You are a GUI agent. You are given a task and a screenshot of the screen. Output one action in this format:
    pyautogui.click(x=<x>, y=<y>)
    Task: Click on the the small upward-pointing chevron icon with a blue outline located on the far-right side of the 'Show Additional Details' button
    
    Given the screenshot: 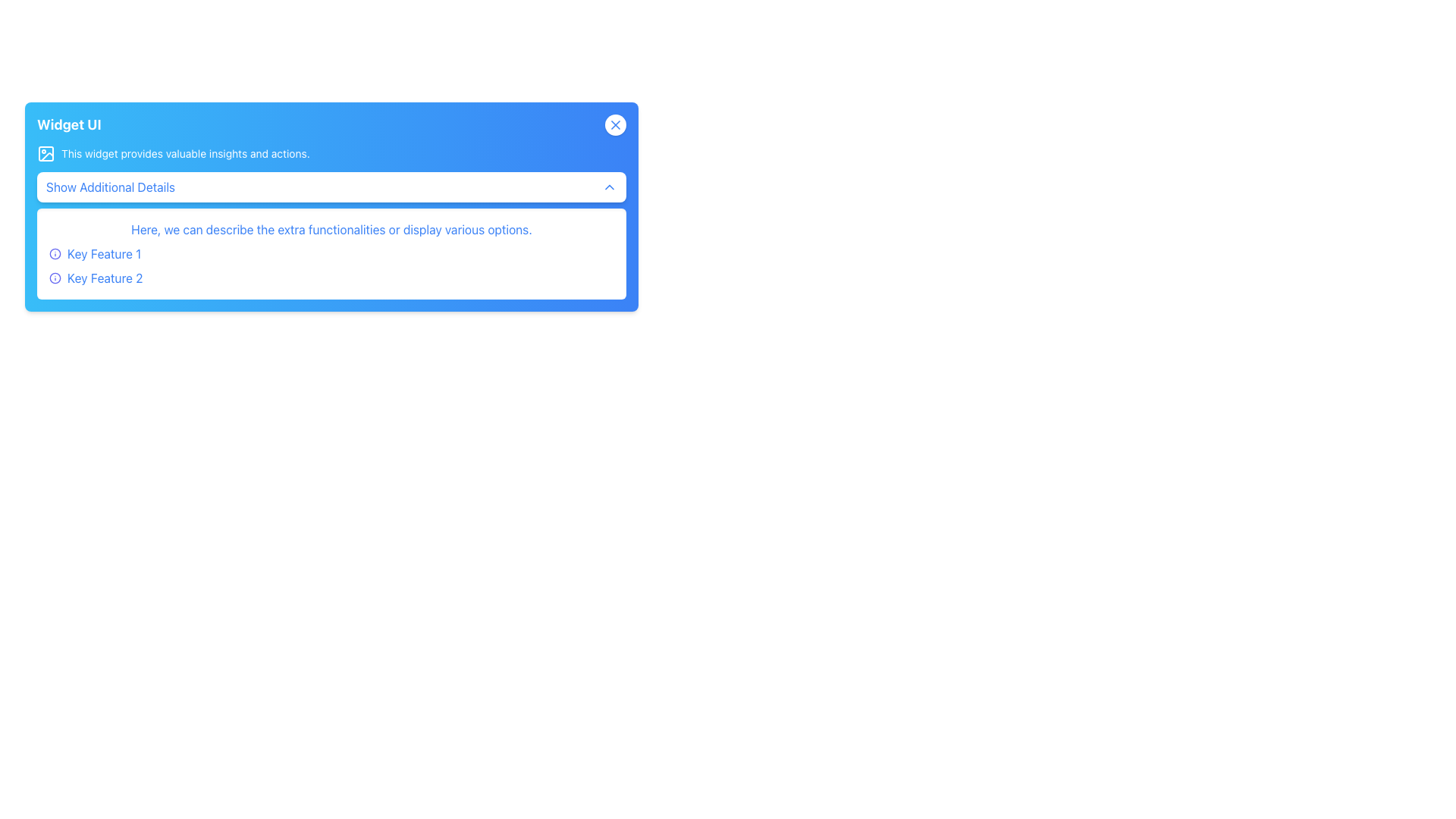 What is the action you would take?
    pyautogui.click(x=610, y=186)
    